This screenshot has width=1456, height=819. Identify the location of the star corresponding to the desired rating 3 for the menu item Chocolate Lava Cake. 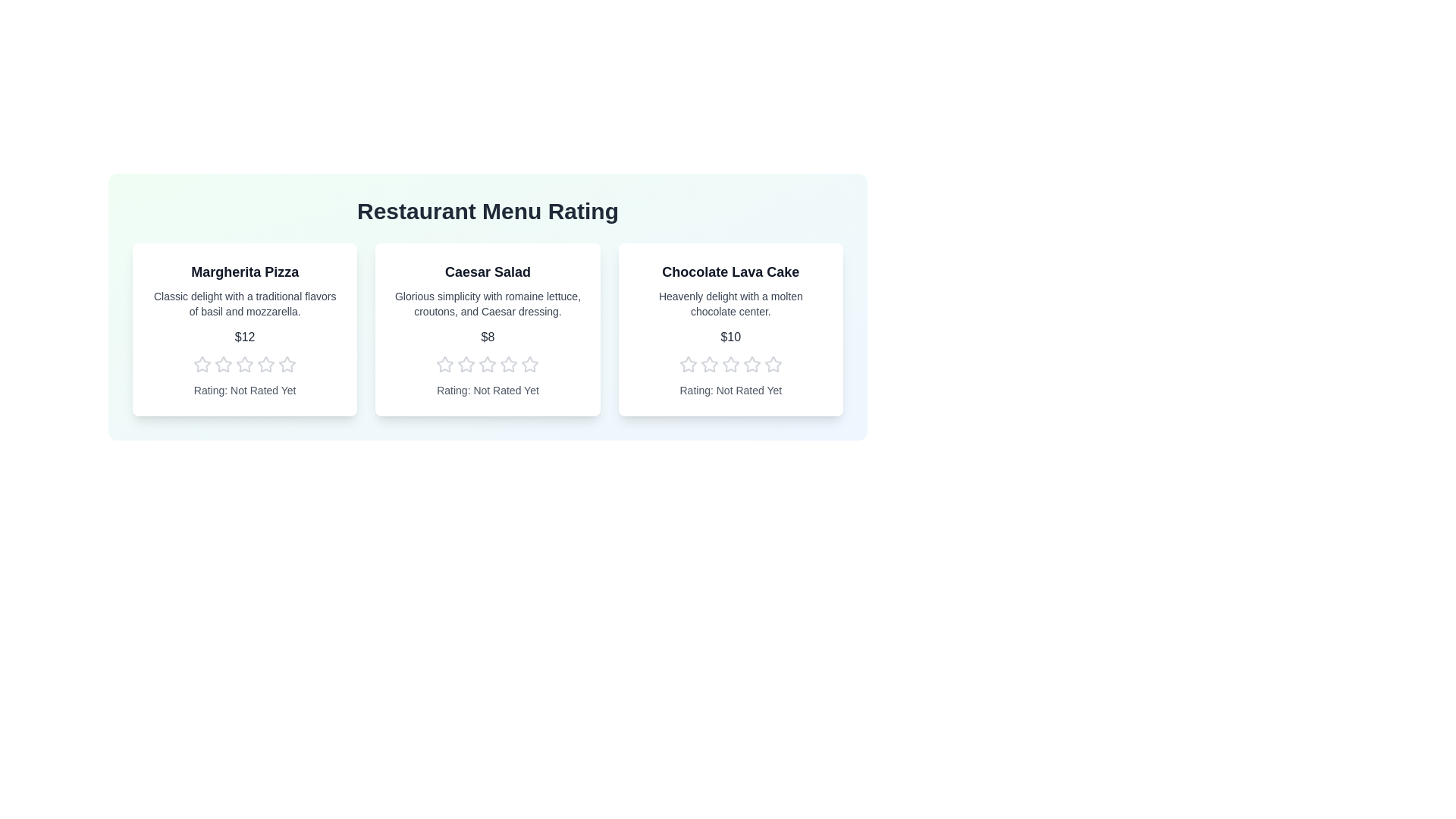
(730, 365).